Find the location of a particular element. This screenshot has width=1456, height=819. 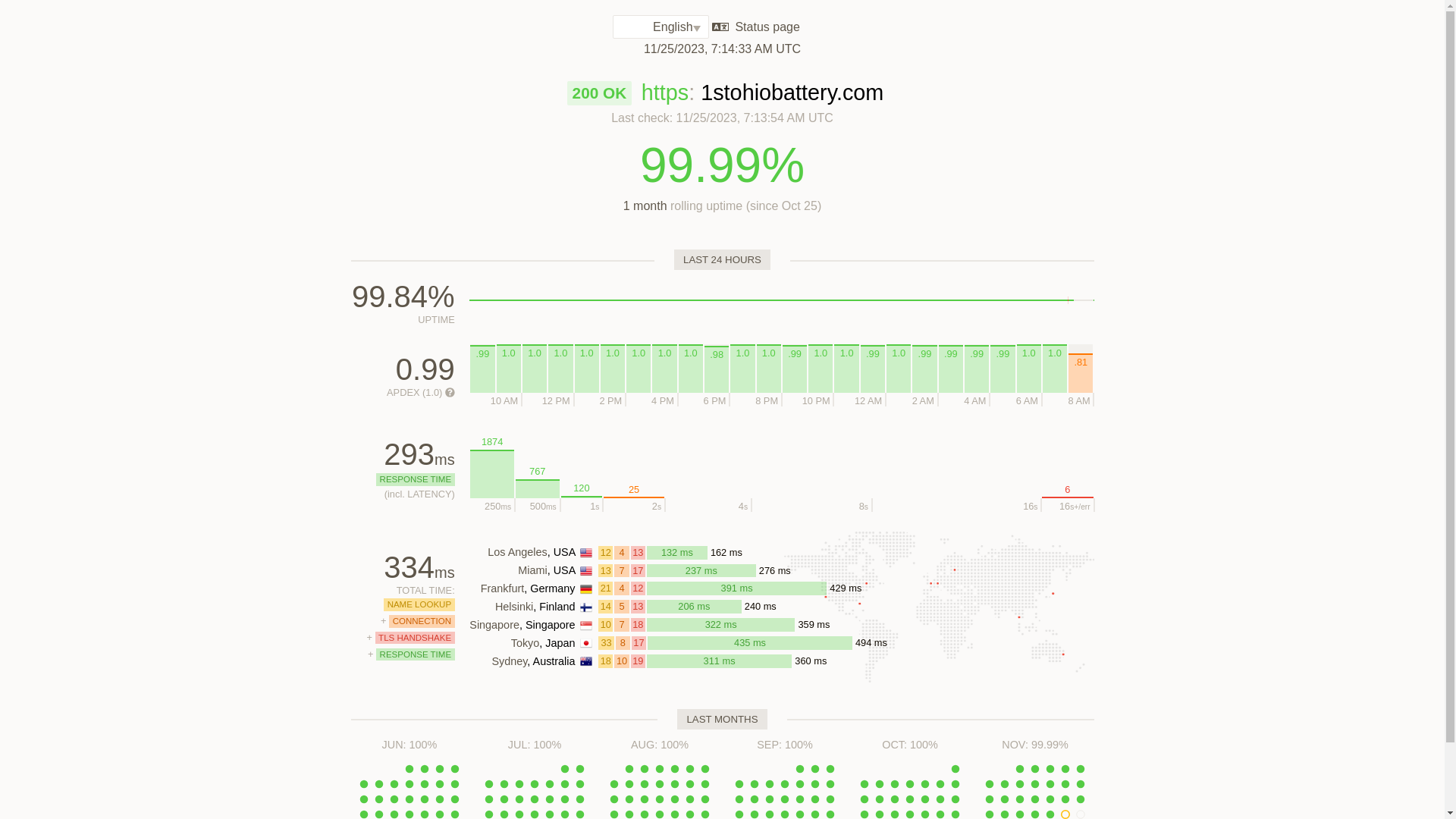

'<small>Jul 12:</small> No downtime' is located at coordinates (519, 798).